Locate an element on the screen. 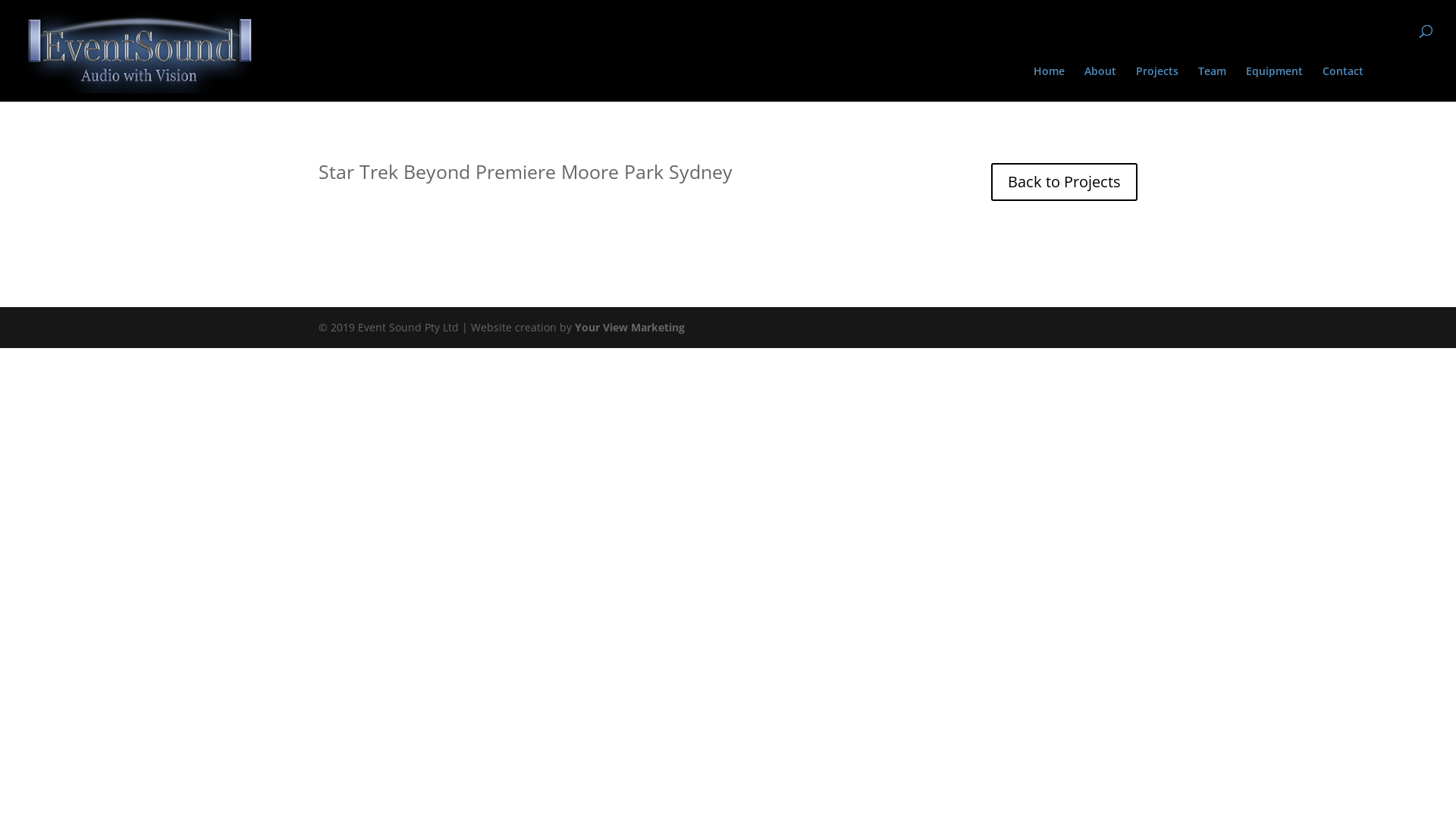 The height and width of the screenshot is (819, 1456). 'Team' is located at coordinates (1211, 83).